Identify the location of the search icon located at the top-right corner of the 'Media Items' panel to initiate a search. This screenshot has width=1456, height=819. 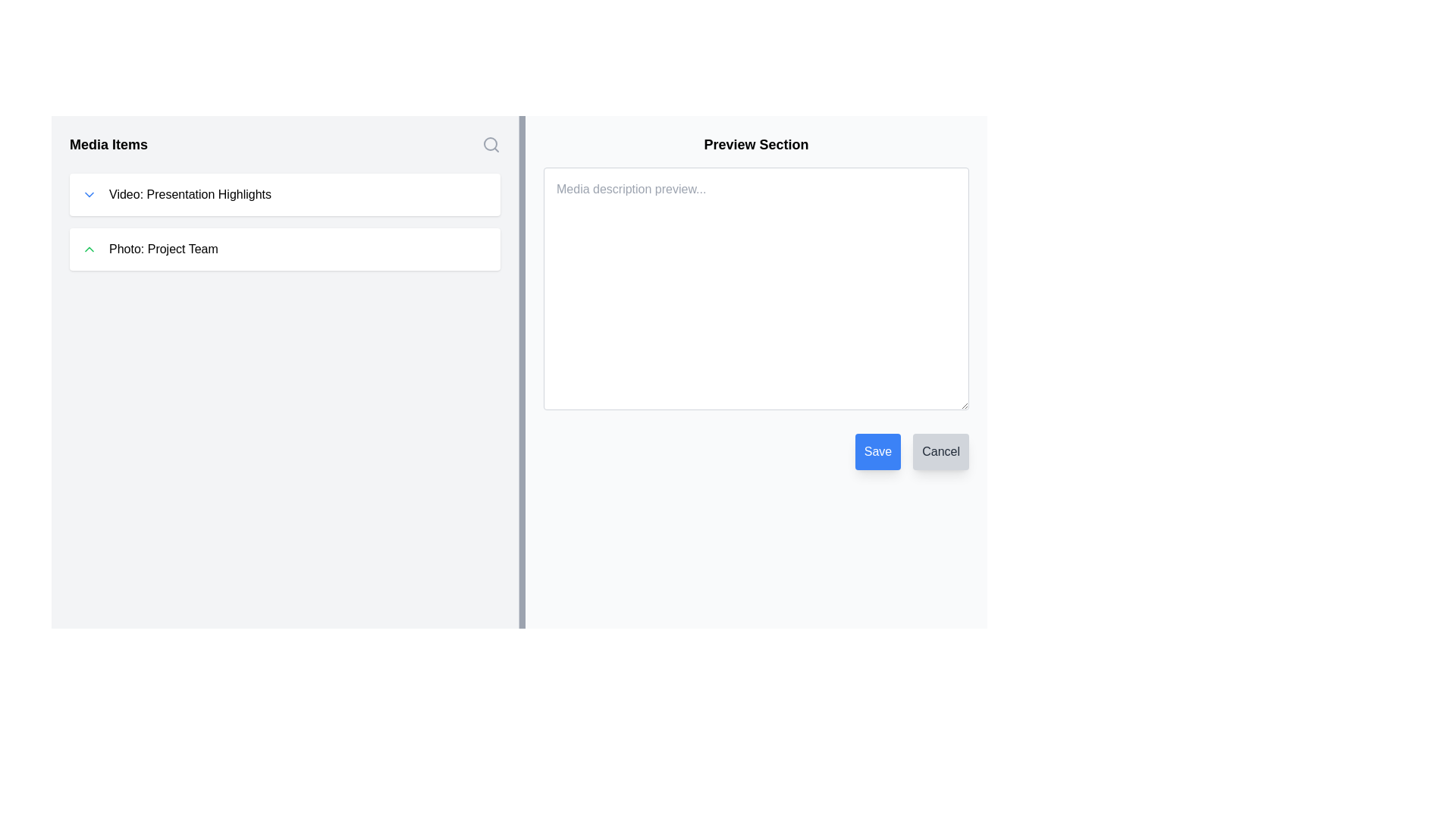
(491, 145).